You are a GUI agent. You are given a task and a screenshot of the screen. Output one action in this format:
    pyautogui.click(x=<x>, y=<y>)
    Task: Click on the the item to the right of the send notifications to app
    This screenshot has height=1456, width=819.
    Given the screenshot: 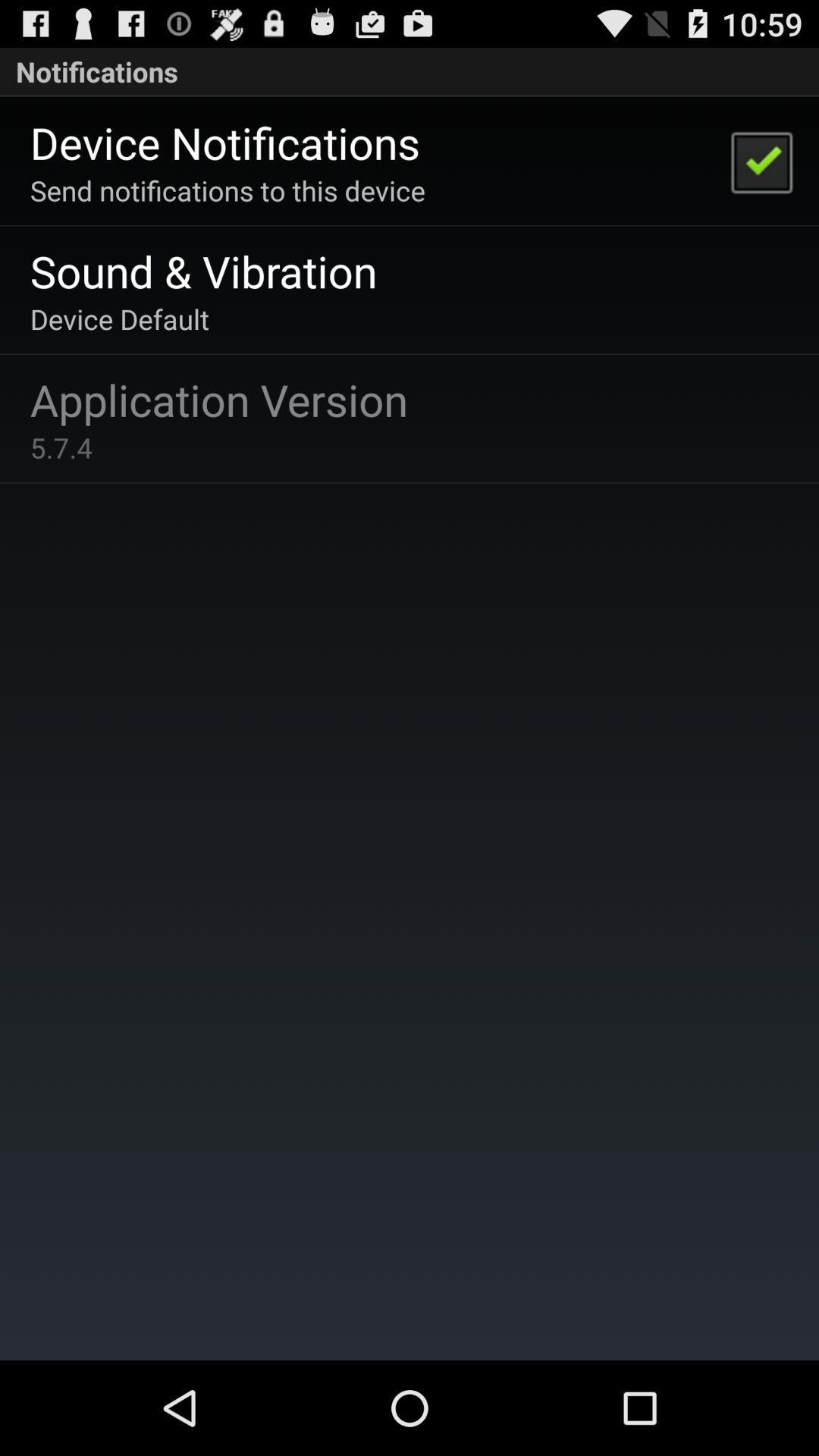 What is the action you would take?
    pyautogui.click(x=761, y=161)
    